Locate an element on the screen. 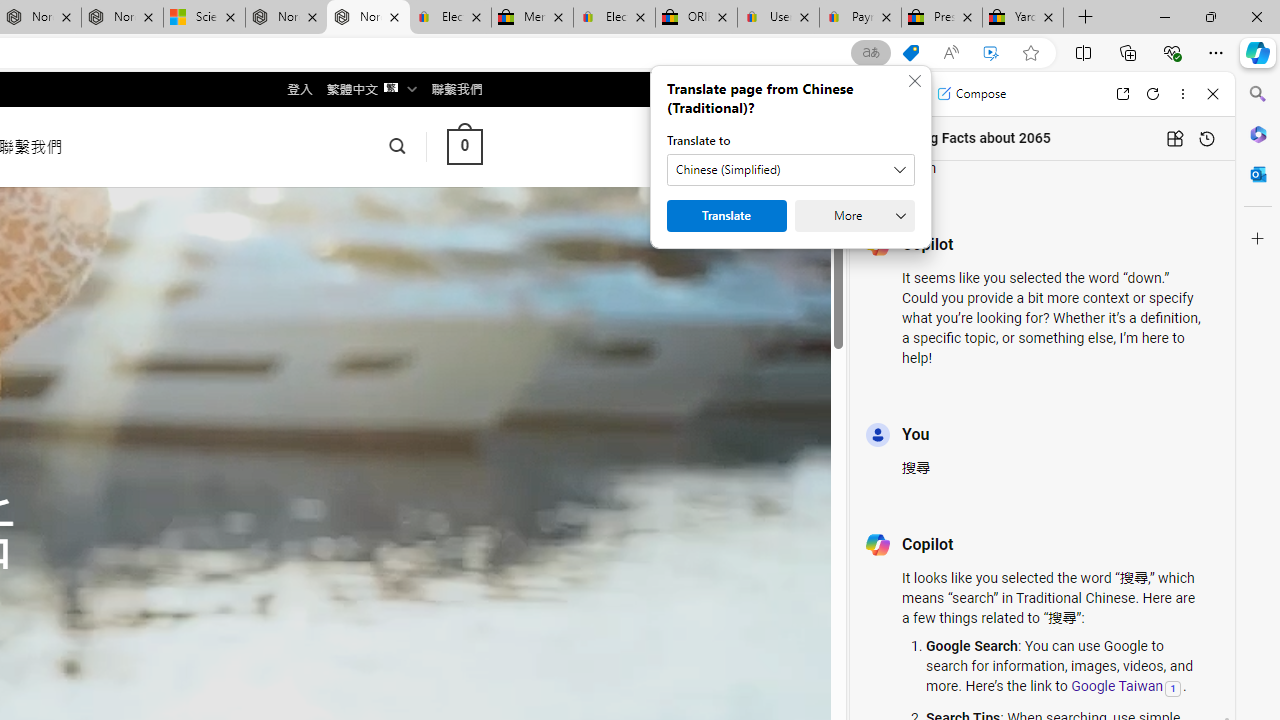 The width and height of the screenshot is (1280, 720). 'Yard, Garden & Outdoor Living' is located at coordinates (1023, 17).